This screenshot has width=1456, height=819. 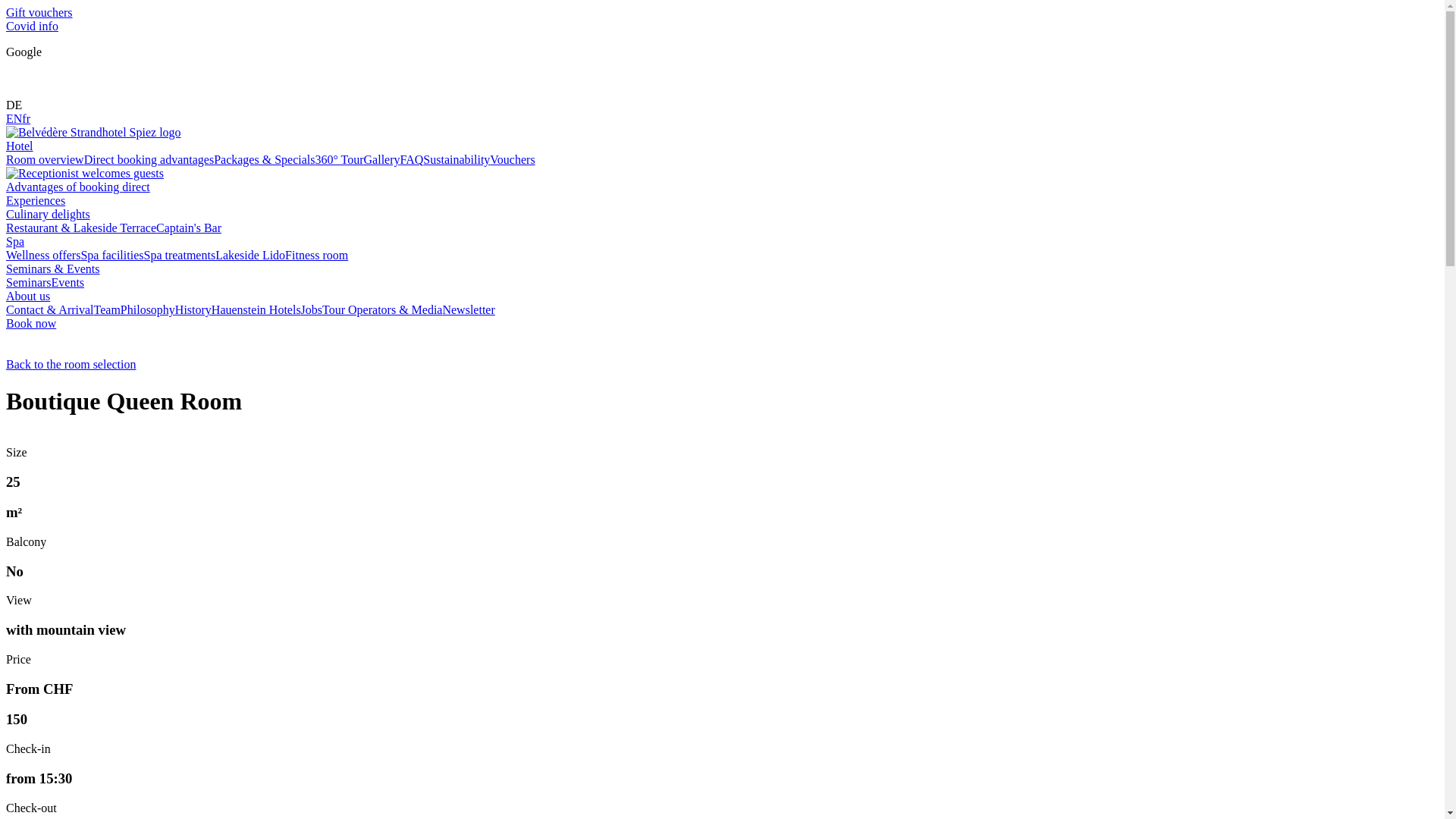 I want to click on 'Spa facilities', so click(x=111, y=254).